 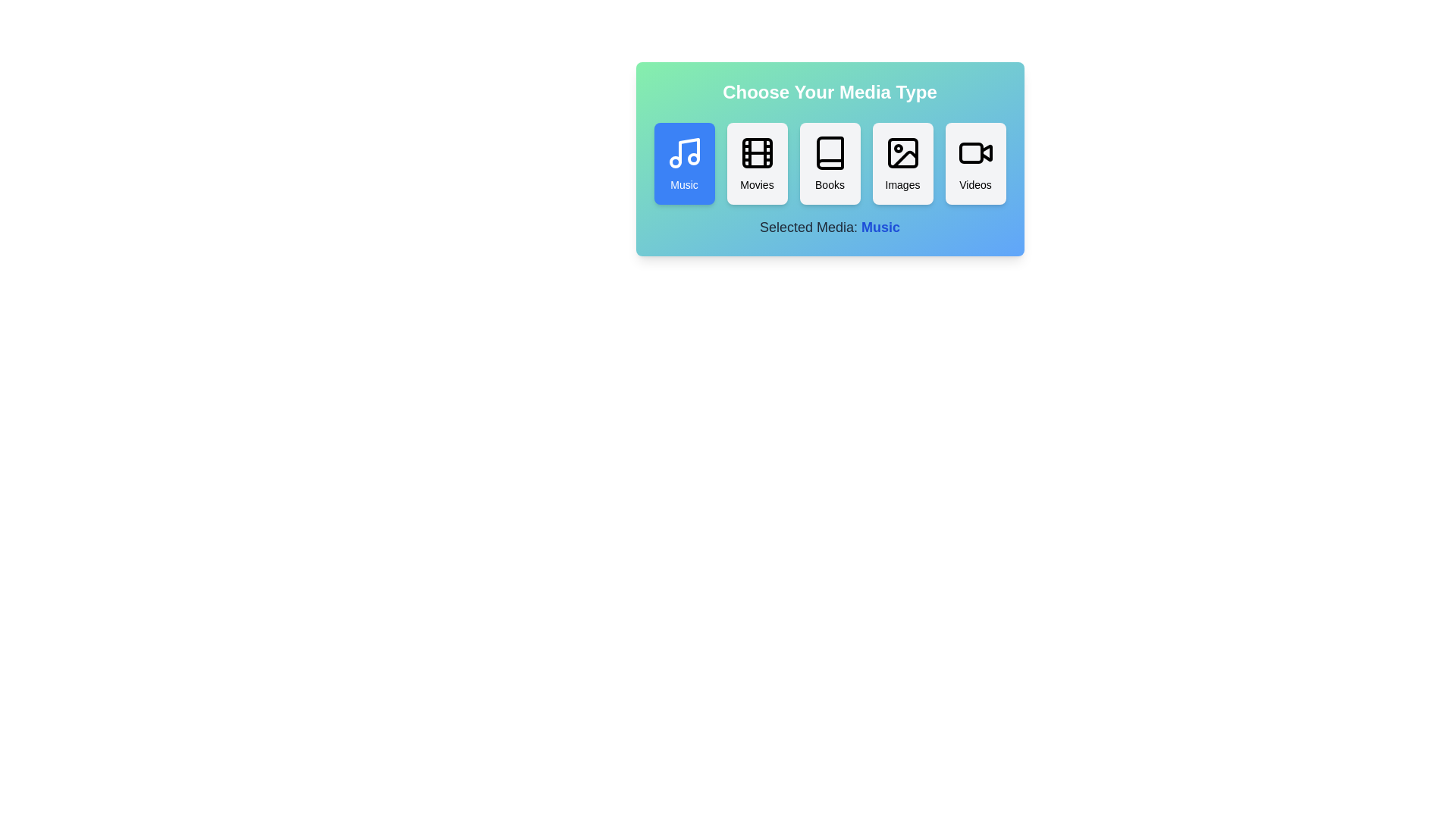 I want to click on the Books button to observe hover effects, so click(x=829, y=164).